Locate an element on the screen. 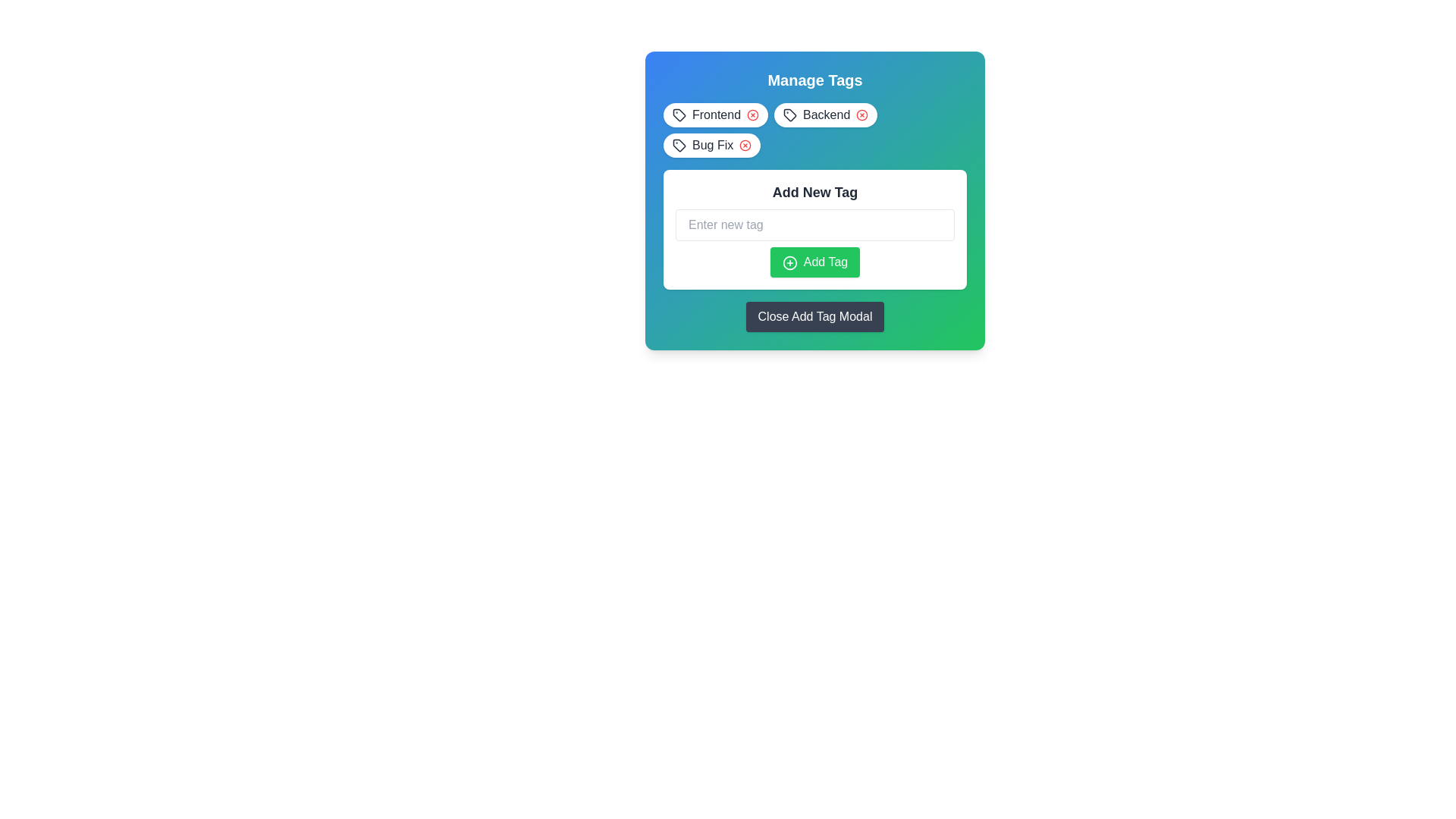 This screenshot has width=1456, height=819. the icon that visually represents the 'Frontend' tag, located as the leftmost component within the 'Frontend' tag group in the top left section of the modal window is located at coordinates (679, 114).